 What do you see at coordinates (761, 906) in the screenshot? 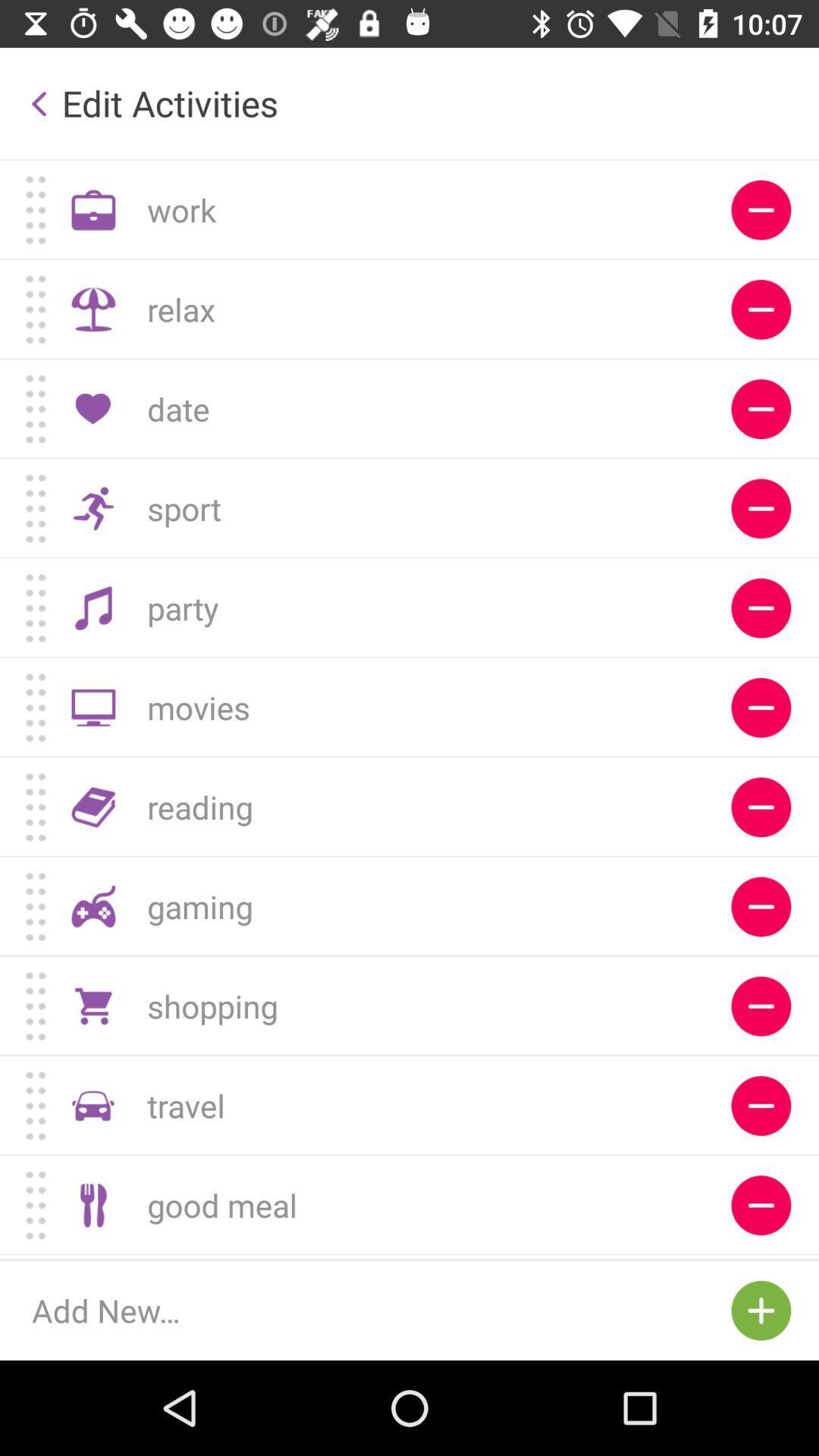
I see `delete gaming activity` at bounding box center [761, 906].